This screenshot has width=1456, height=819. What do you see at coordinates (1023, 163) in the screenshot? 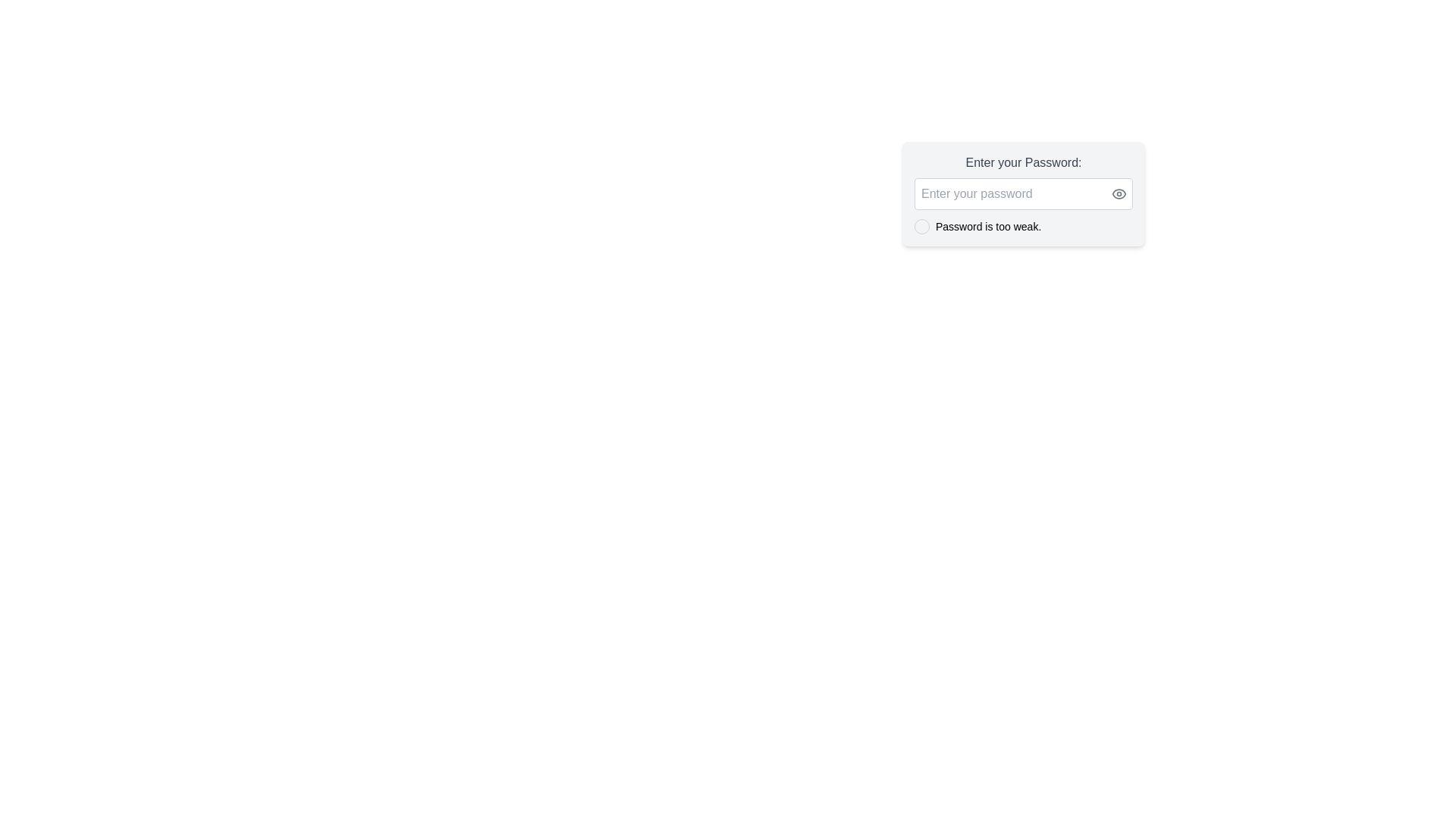
I see `the label that provides instructions for the password input field, located above the associated input field and password strength indicator` at bounding box center [1023, 163].